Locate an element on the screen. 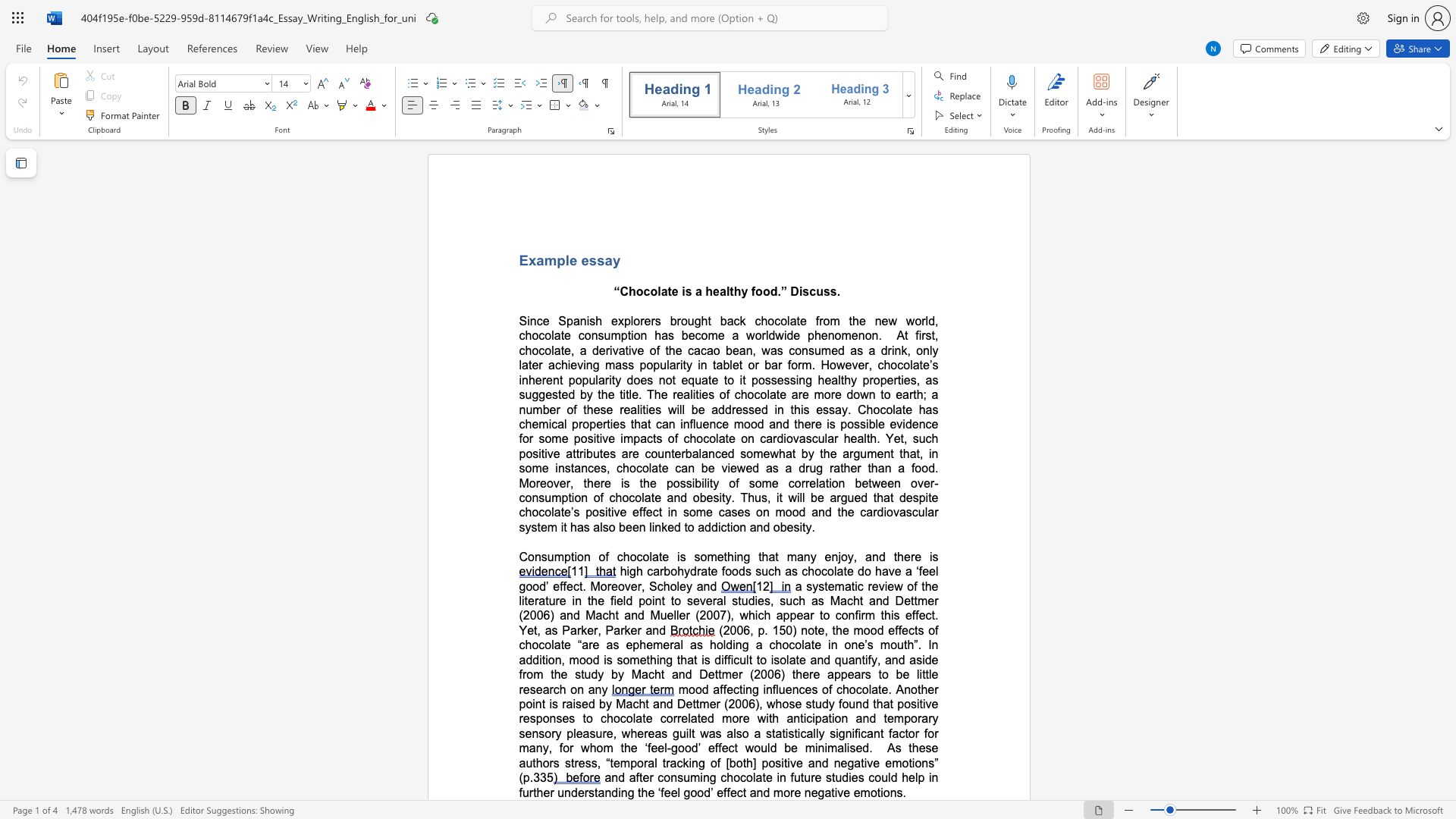 The width and height of the screenshot is (1456, 819). the subset text "itiv" within the text "for some positive impacts of chocolate on cardiovascular health. Yet, such positive attributes are counterbalanced" is located at coordinates (538, 453).